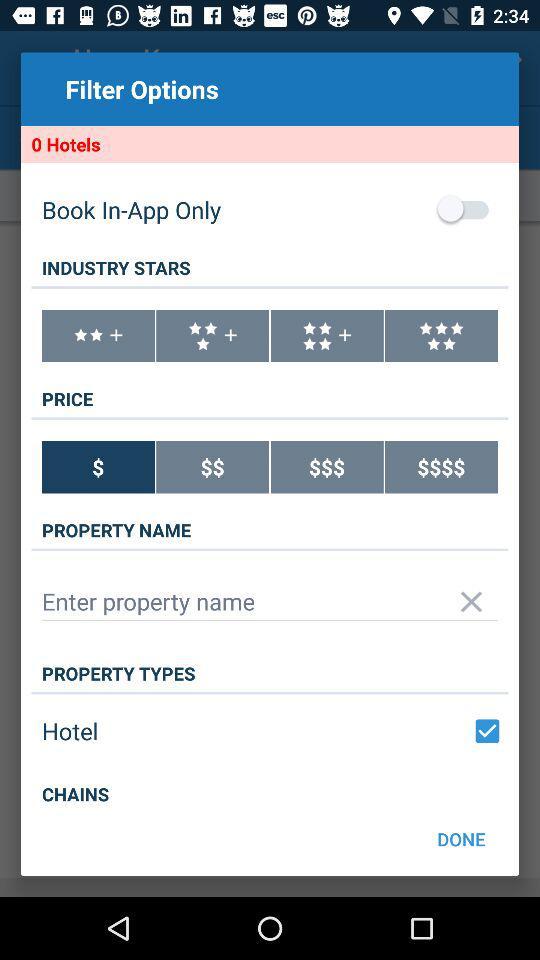 The height and width of the screenshot is (960, 540). What do you see at coordinates (441, 336) in the screenshot?
I see `rate 5 stars` at bounding box center [441, 336].